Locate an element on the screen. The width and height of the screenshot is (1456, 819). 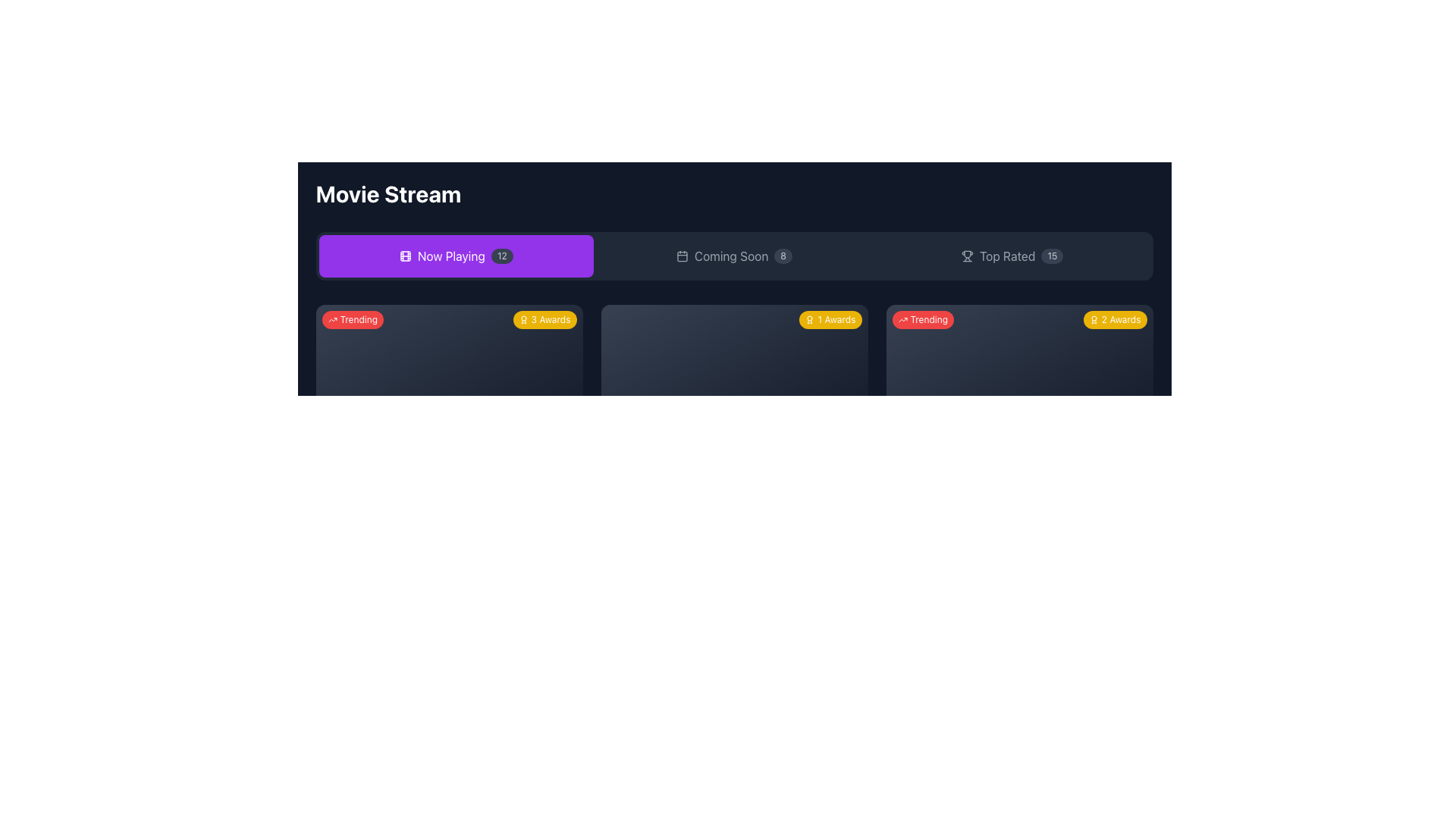
the filmstrip icon located on the left side of the 'Now Playing' button in the top navigation section of the interface is located at coordinates (405, 256).